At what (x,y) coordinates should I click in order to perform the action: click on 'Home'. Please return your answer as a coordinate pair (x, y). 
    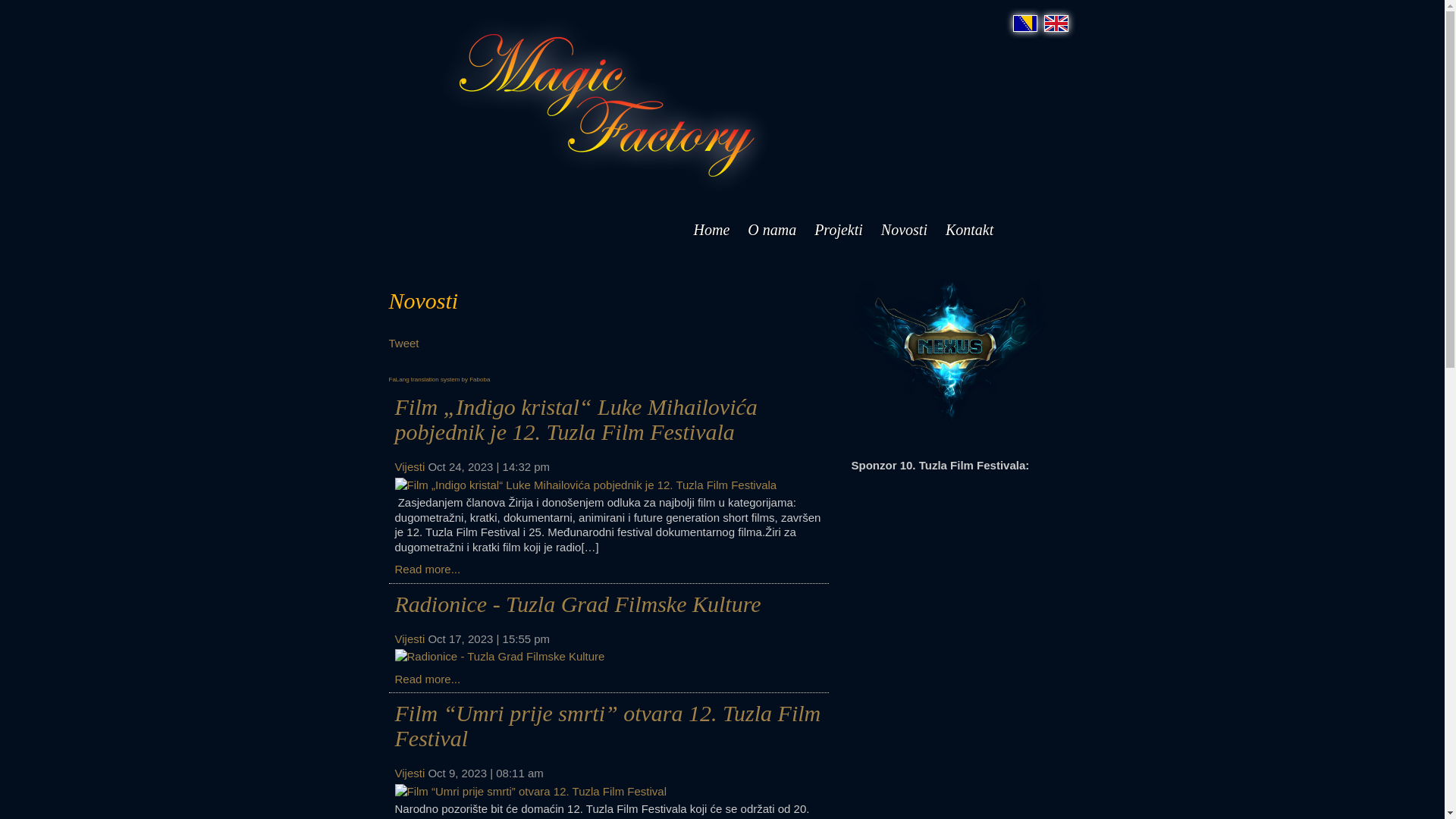
    Looking at the image, I should click on (710, 230).